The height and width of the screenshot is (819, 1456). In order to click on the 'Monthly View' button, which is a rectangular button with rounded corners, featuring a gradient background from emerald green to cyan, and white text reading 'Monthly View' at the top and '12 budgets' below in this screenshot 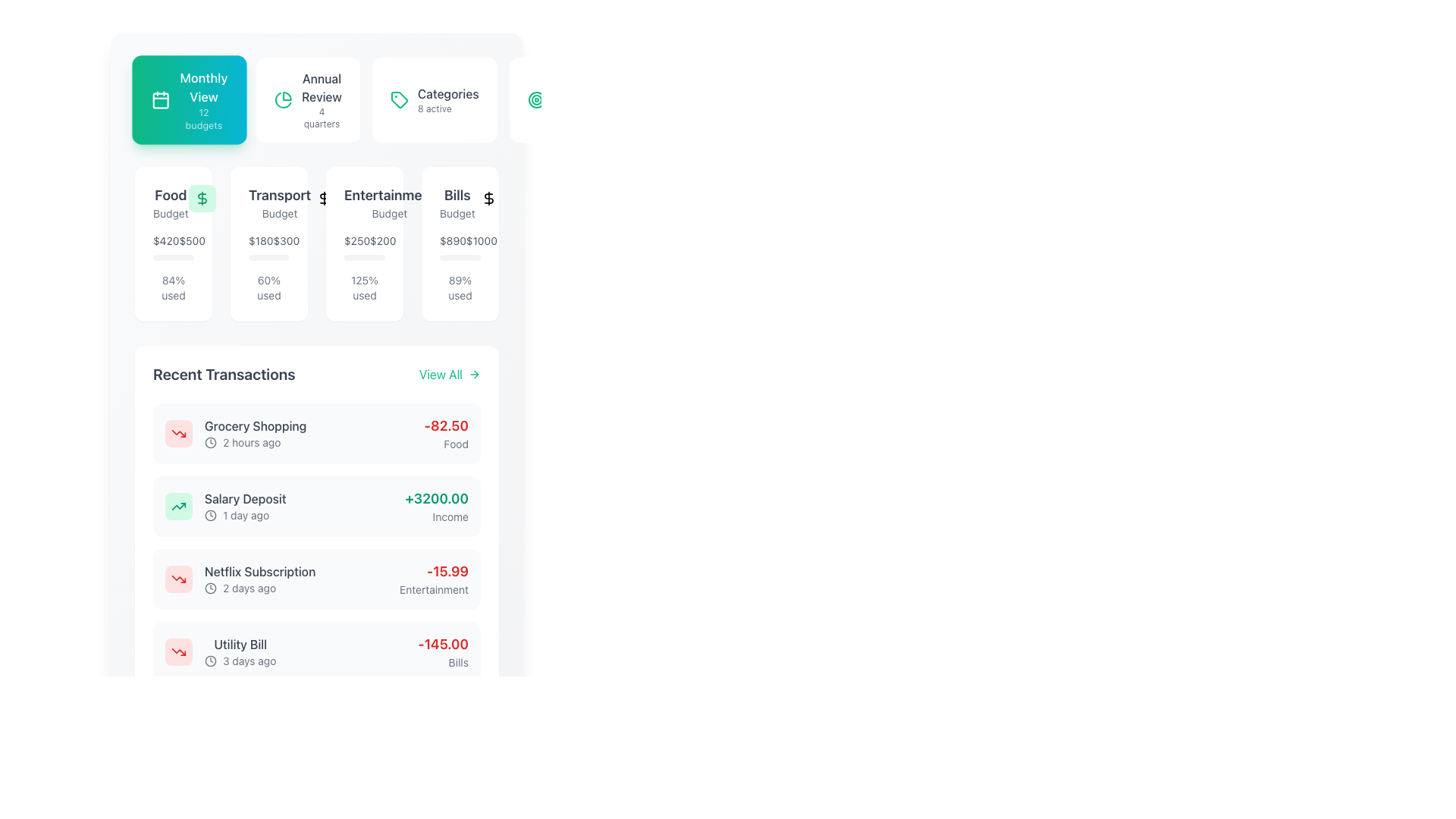, I will do `click(188, 99)`.